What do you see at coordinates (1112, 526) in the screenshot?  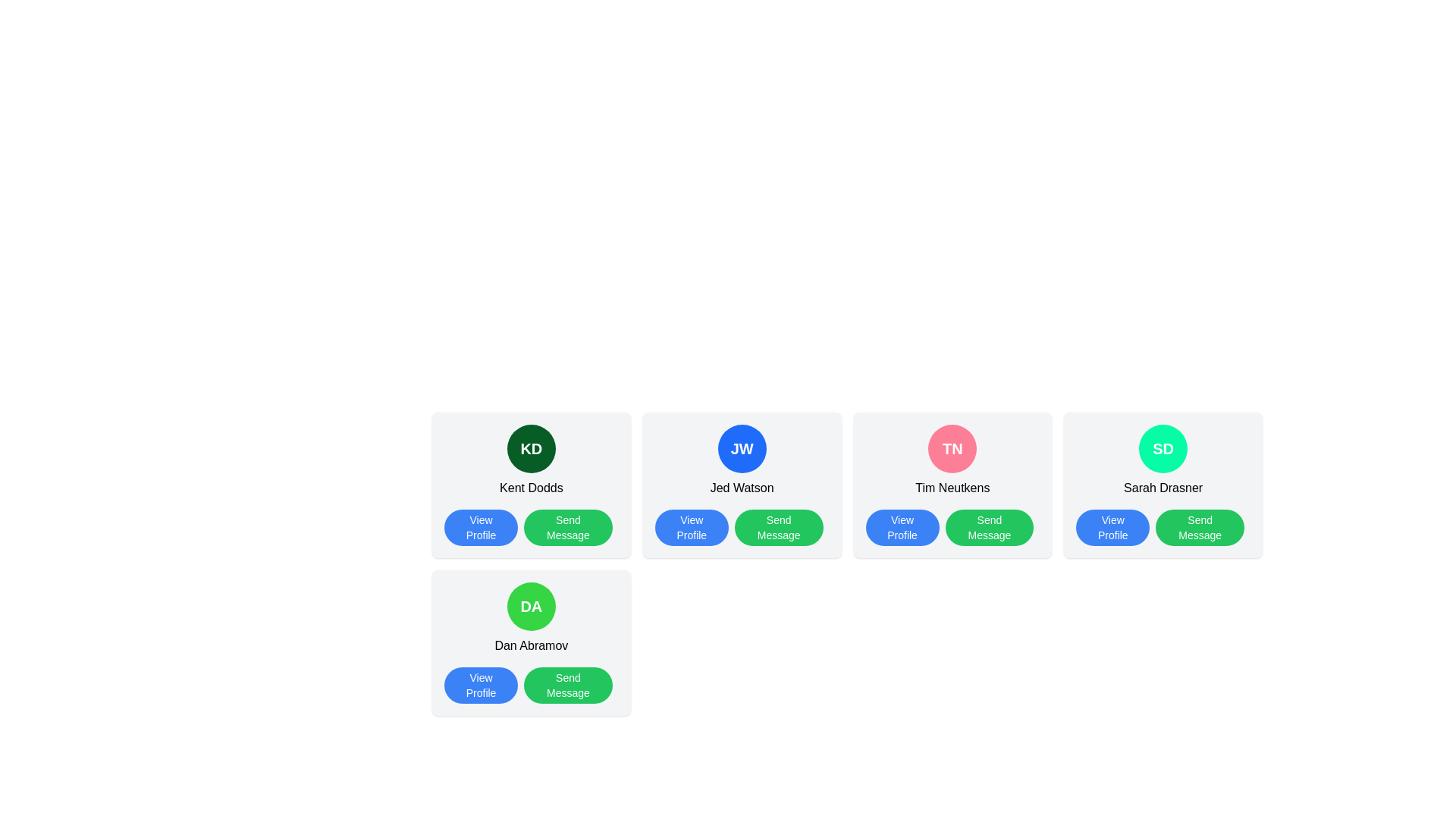 I see `the button that allows users` at bounding box center [1112, 526].